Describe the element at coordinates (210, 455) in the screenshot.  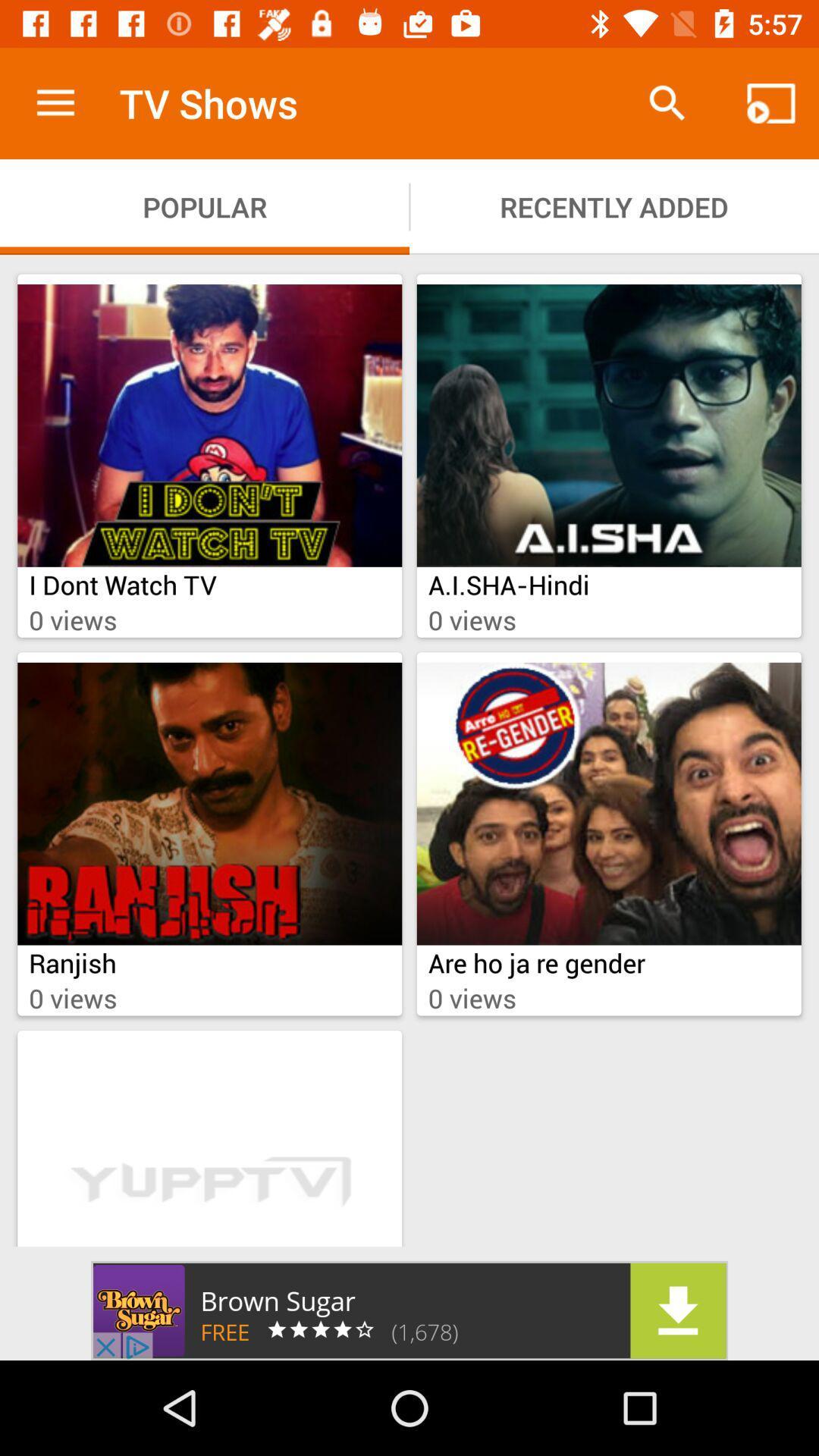
I see `the i dont watch tv show` at that location.